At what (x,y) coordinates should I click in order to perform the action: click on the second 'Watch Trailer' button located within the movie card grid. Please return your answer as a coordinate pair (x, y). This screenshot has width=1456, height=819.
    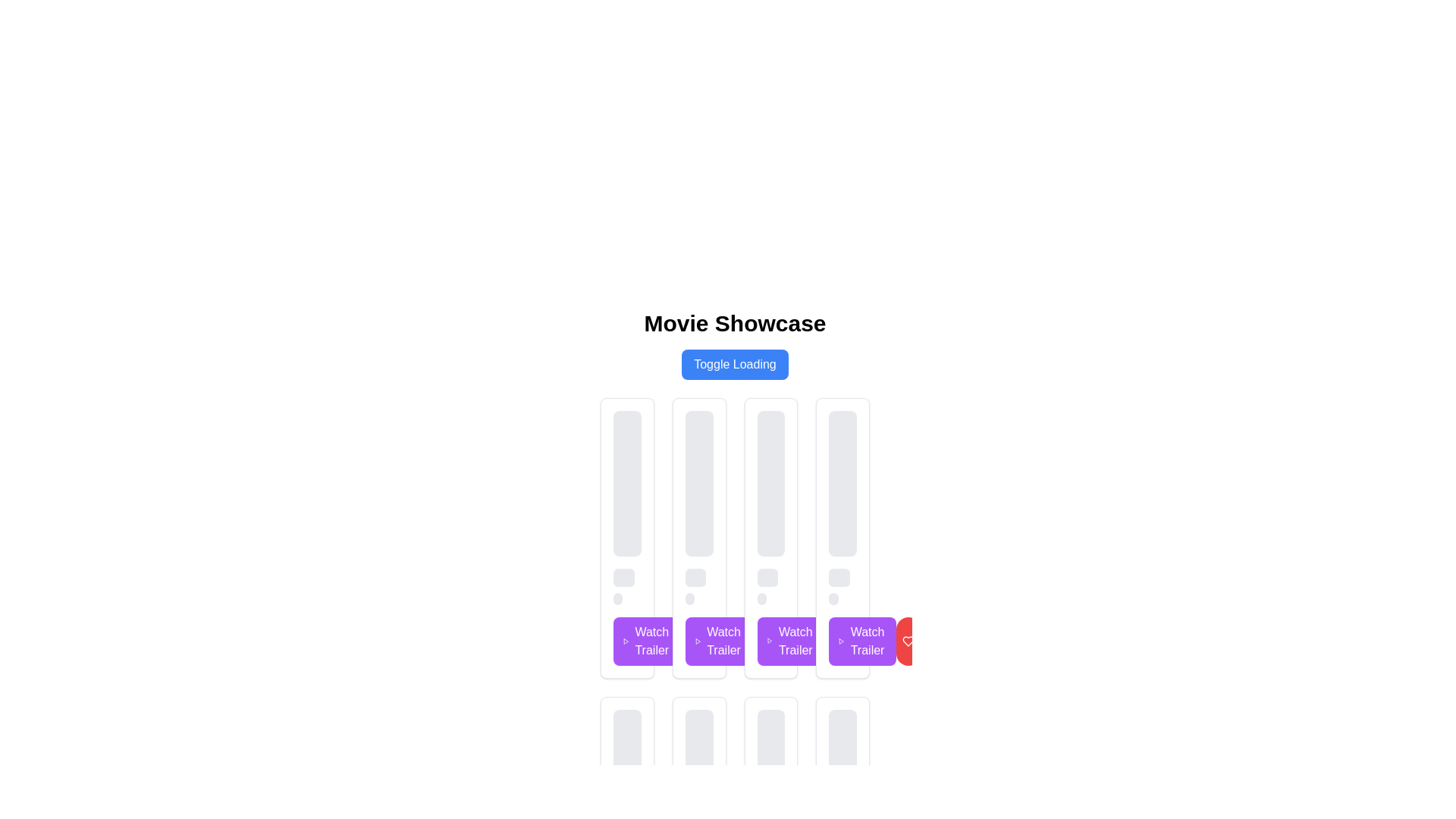
    Looking at the image, I should click on (718, 641).